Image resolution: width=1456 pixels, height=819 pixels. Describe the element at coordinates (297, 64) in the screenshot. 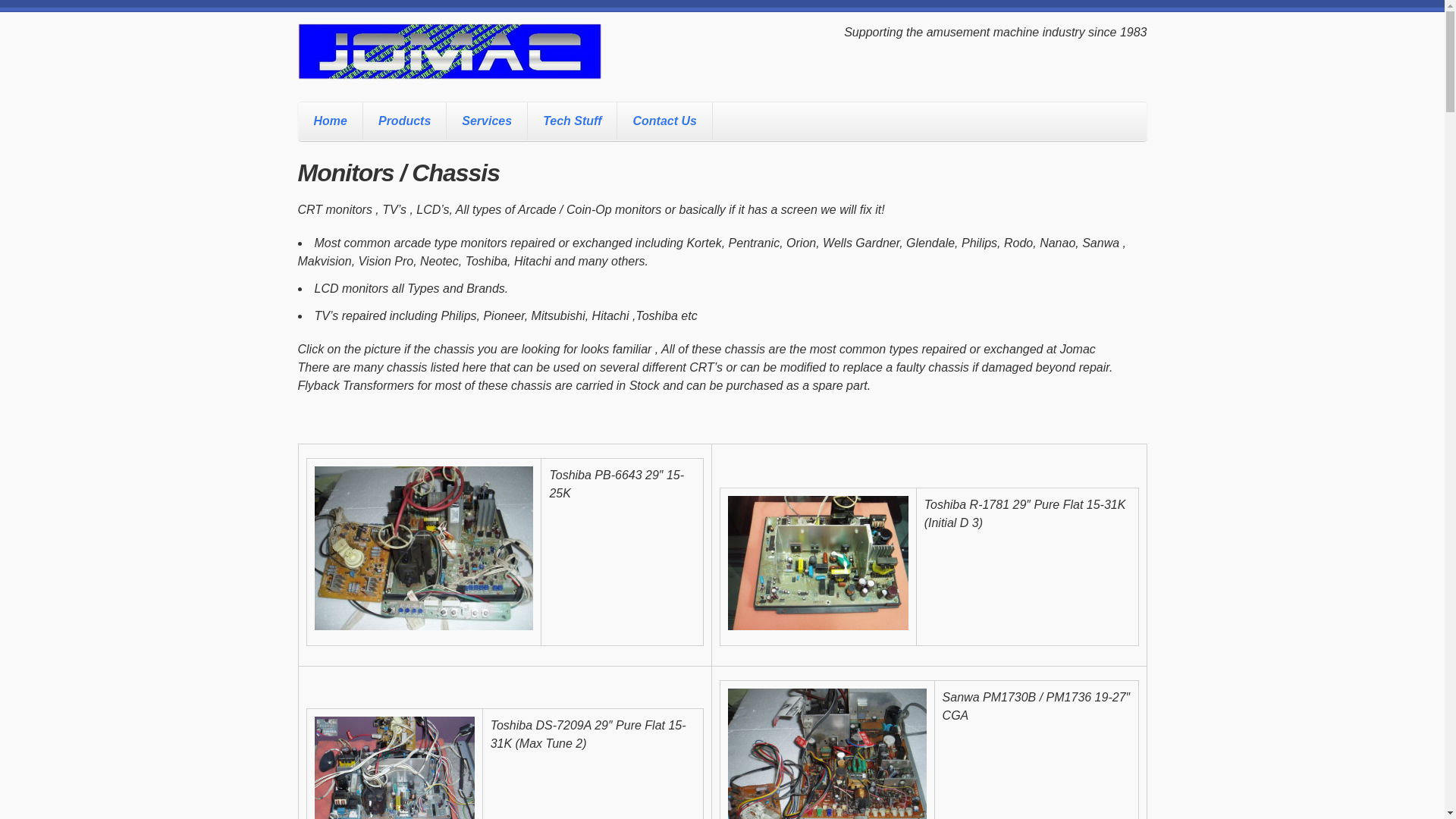

I see `'Jomac'` at that location.